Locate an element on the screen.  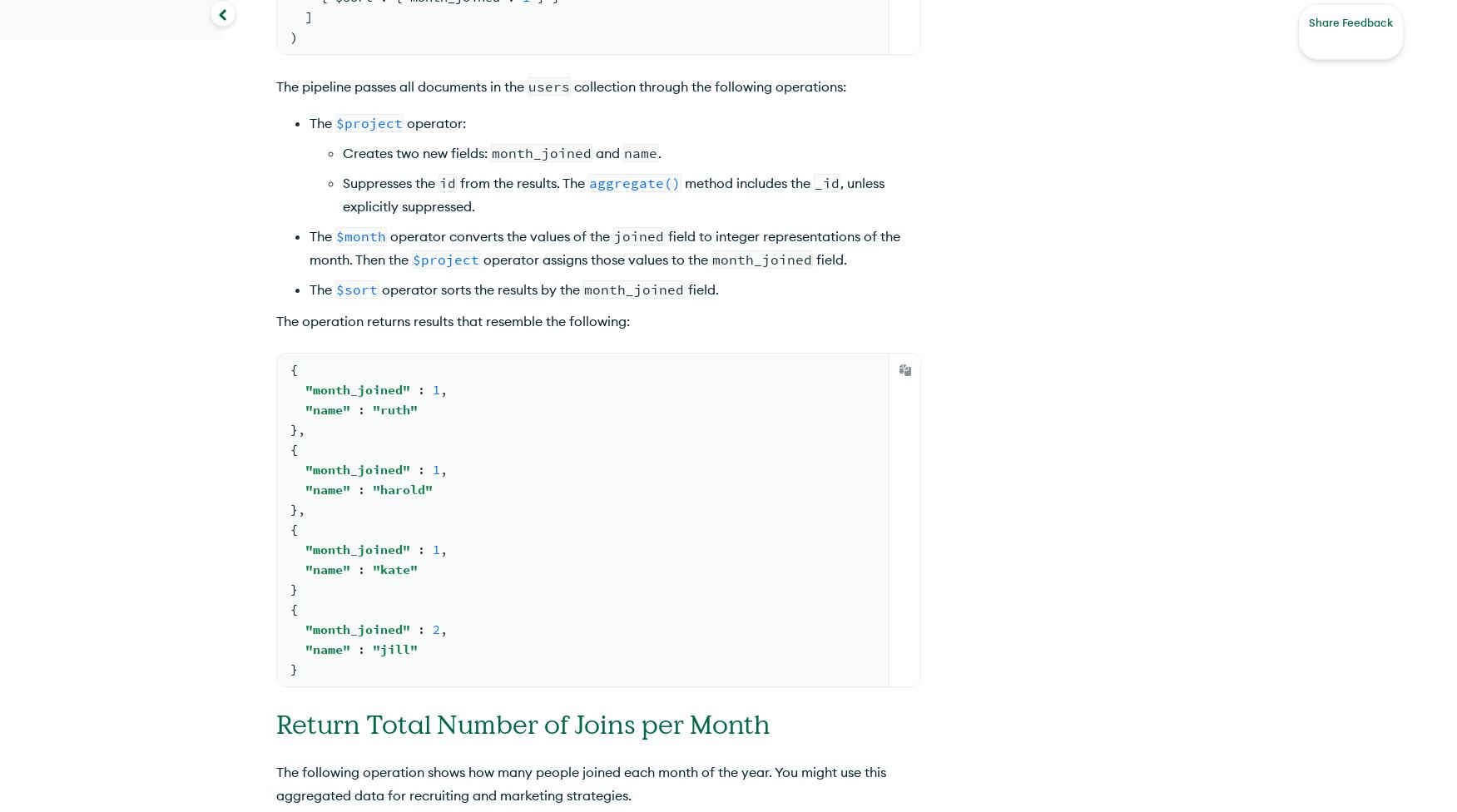
'"ruth"' is located at coordinates (394, 409).